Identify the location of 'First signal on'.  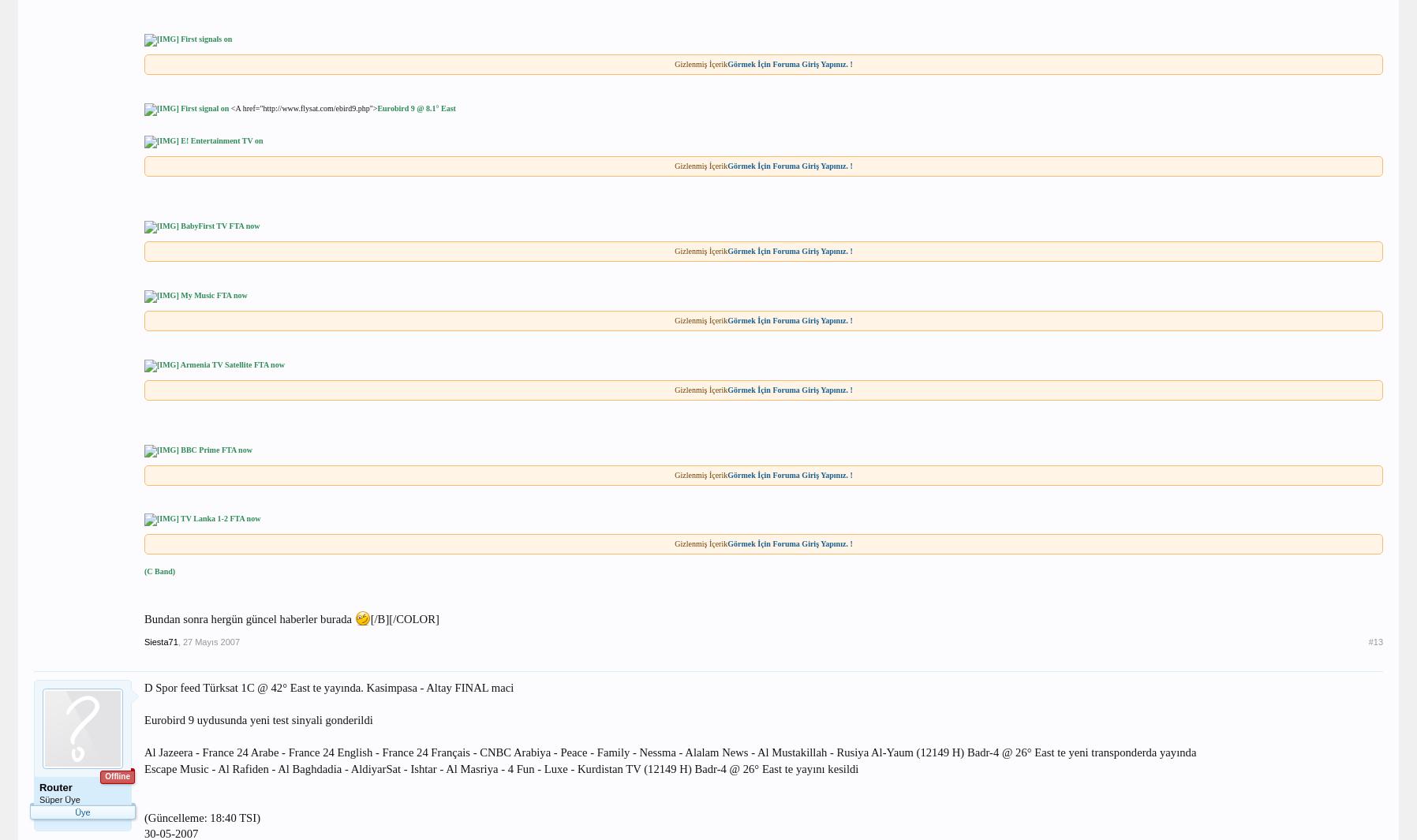
(204, 106).